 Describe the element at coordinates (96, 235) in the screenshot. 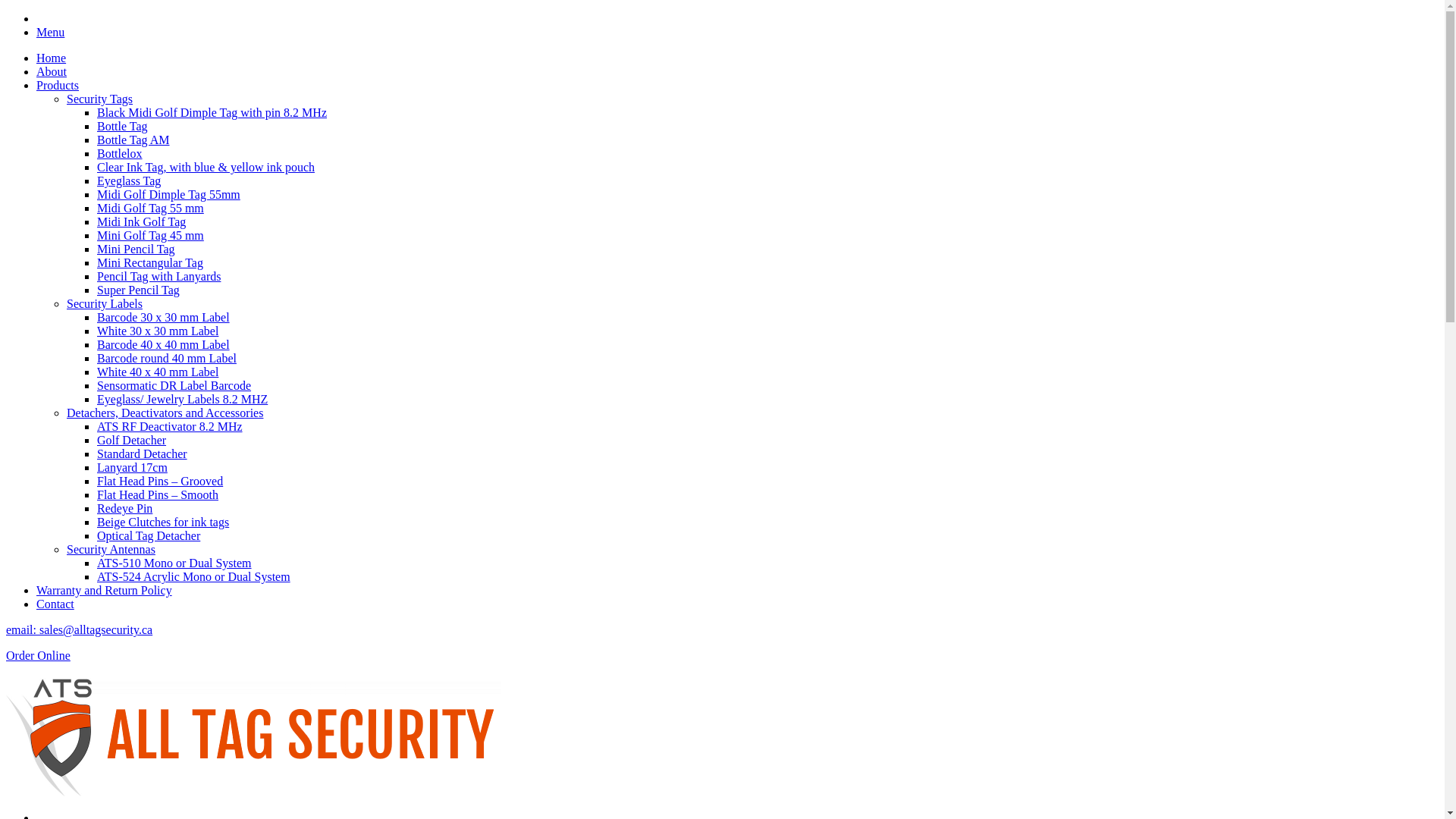

I see `'Mini Golf Tag 45 mm'` at that location.